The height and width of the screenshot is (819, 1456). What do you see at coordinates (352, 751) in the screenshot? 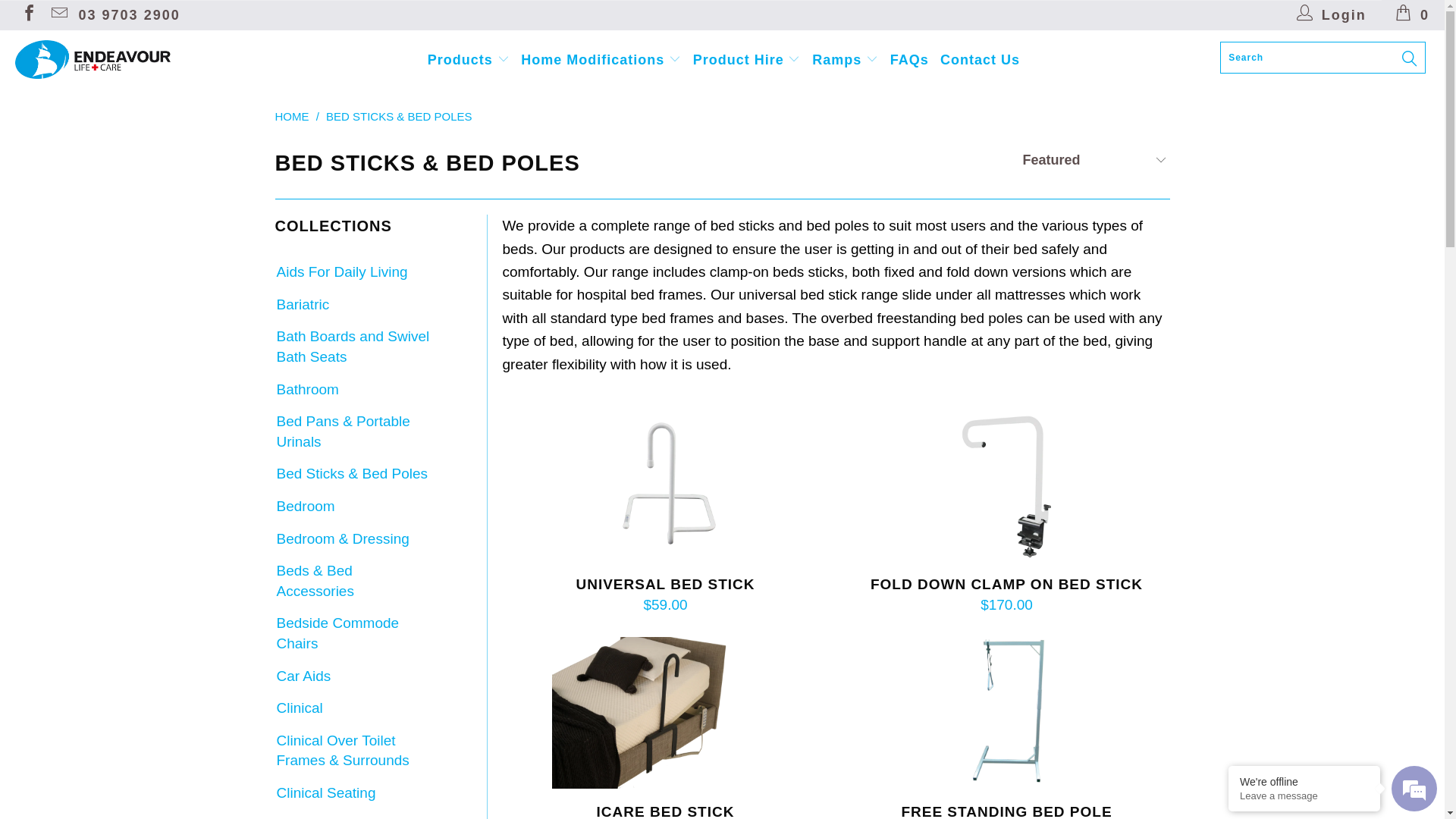
I see `'Clinical Over Toilet Frames & Surrounds'` at bounding box center [352, 751].